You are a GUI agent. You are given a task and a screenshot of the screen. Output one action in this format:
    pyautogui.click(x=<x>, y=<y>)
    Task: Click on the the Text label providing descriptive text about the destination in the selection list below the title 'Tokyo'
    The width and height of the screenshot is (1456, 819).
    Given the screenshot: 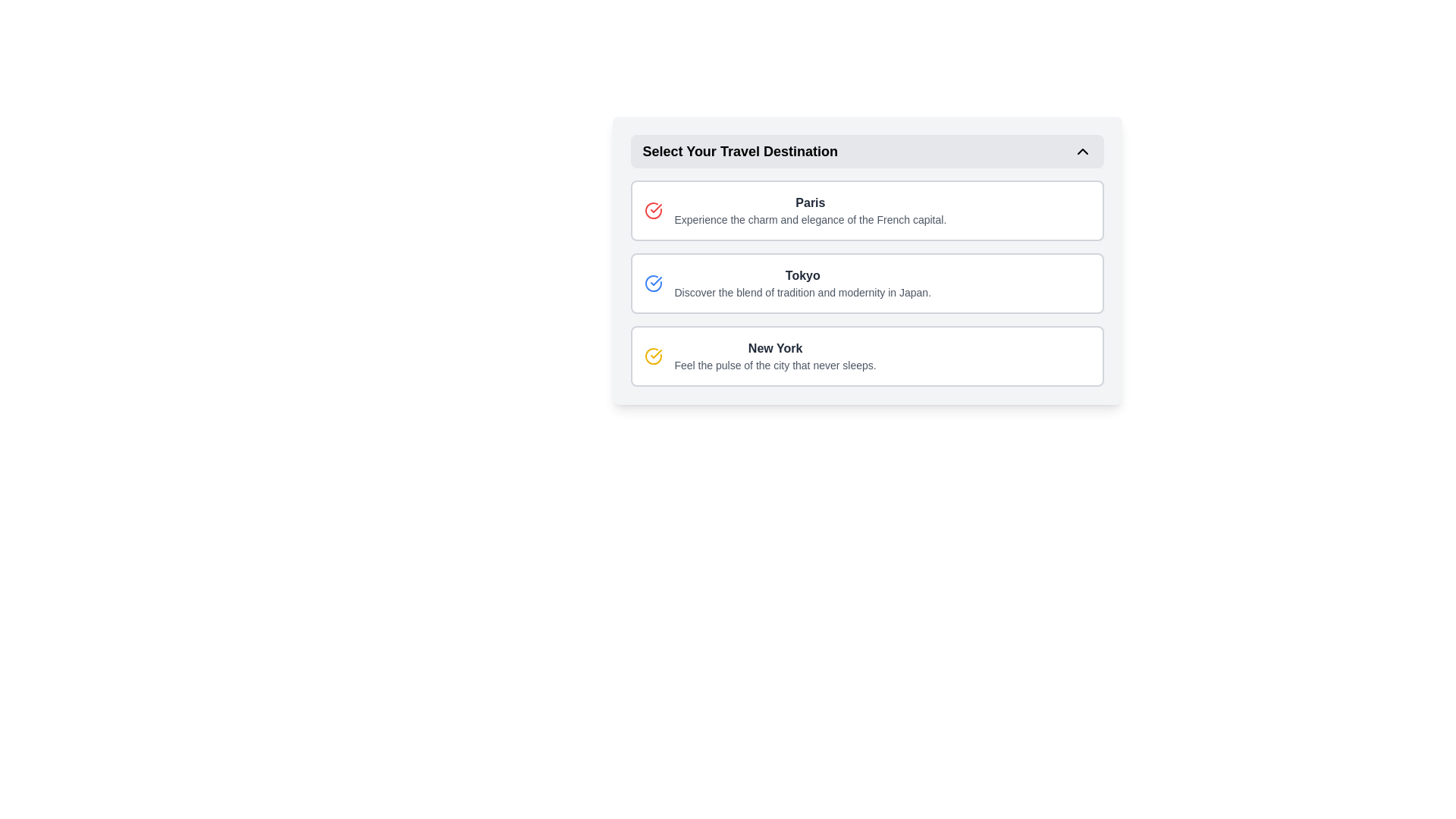 What is the action you would take?
    pyautogui.click(x=802, y=292)
    